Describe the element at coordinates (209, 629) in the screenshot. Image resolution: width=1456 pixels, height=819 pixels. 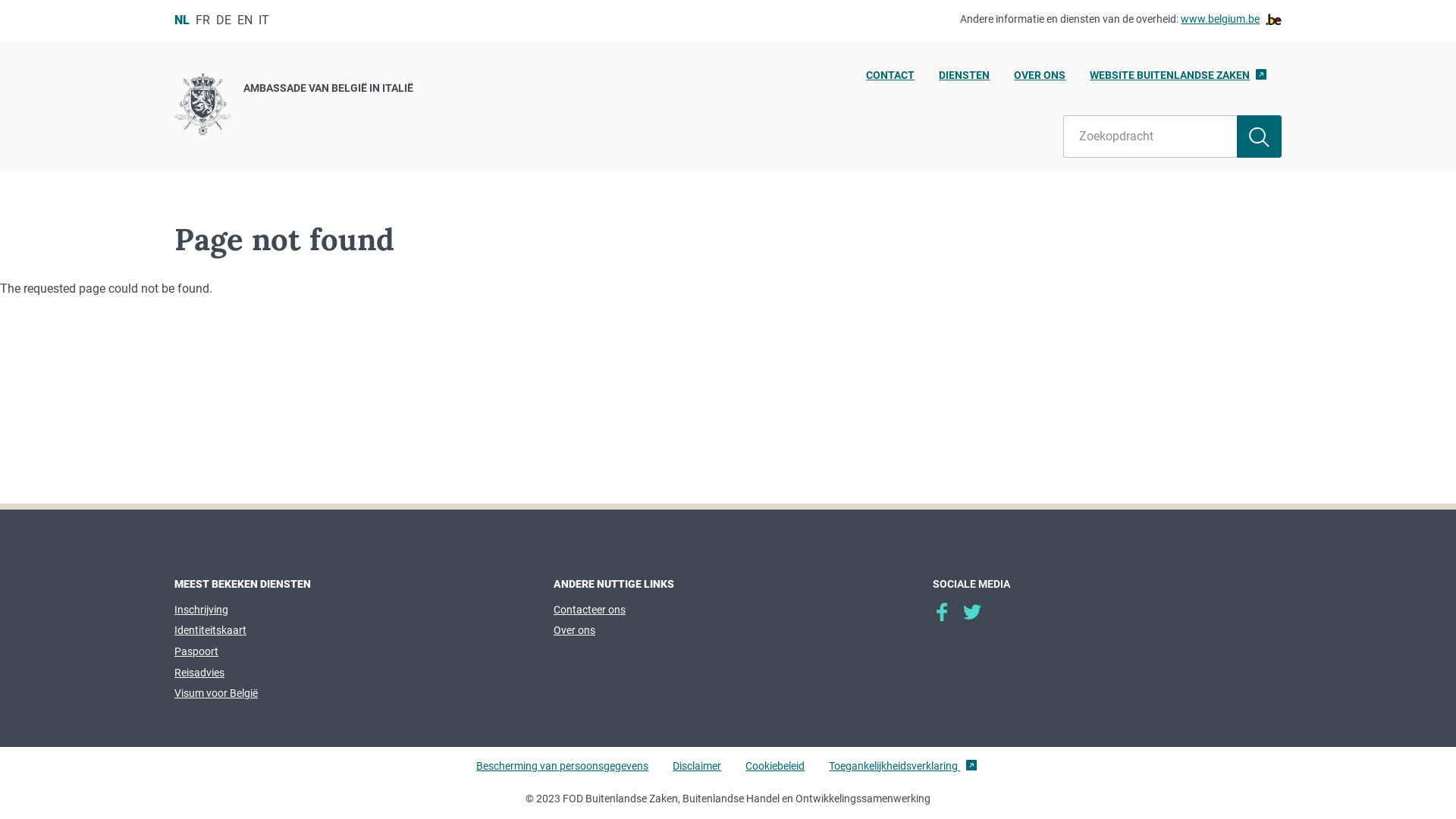
I see `'Identiteitskaart'` at that location.